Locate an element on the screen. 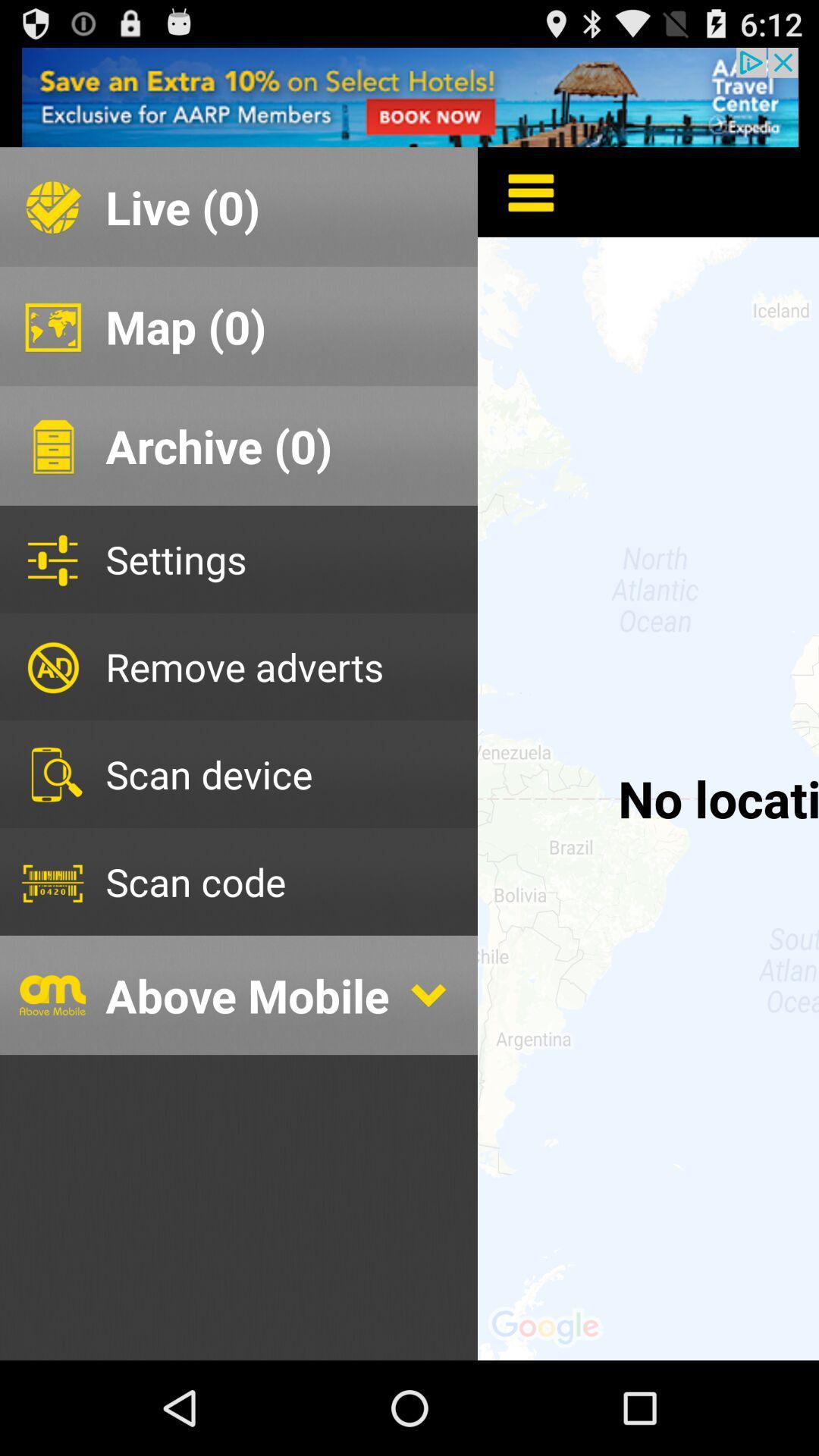 The width and height of the screenshot is (819, 1456). the expand_more icon is located at coordinates (428, 1064).